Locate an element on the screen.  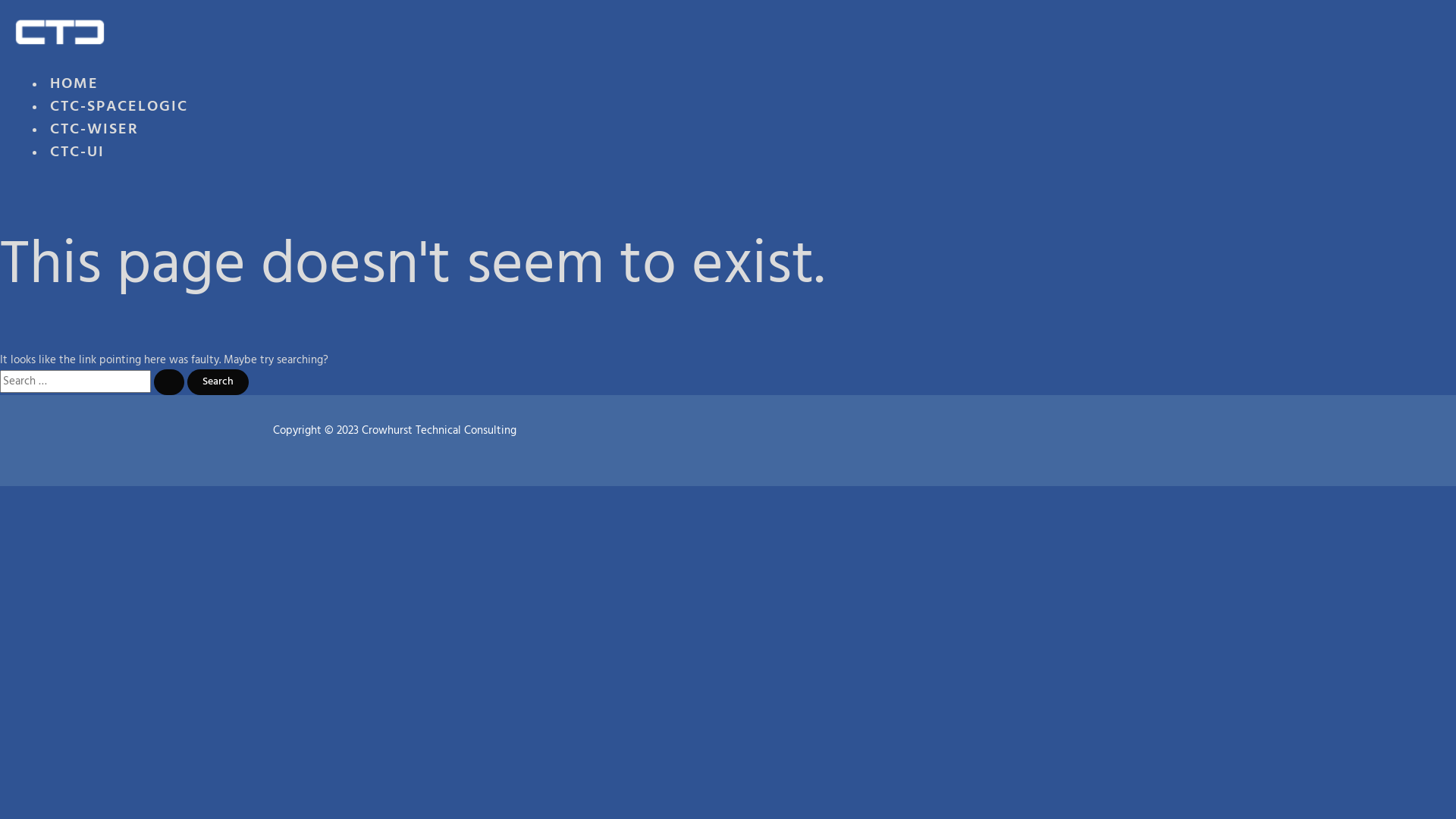
'HOME' is located at coordinates (73, 89).